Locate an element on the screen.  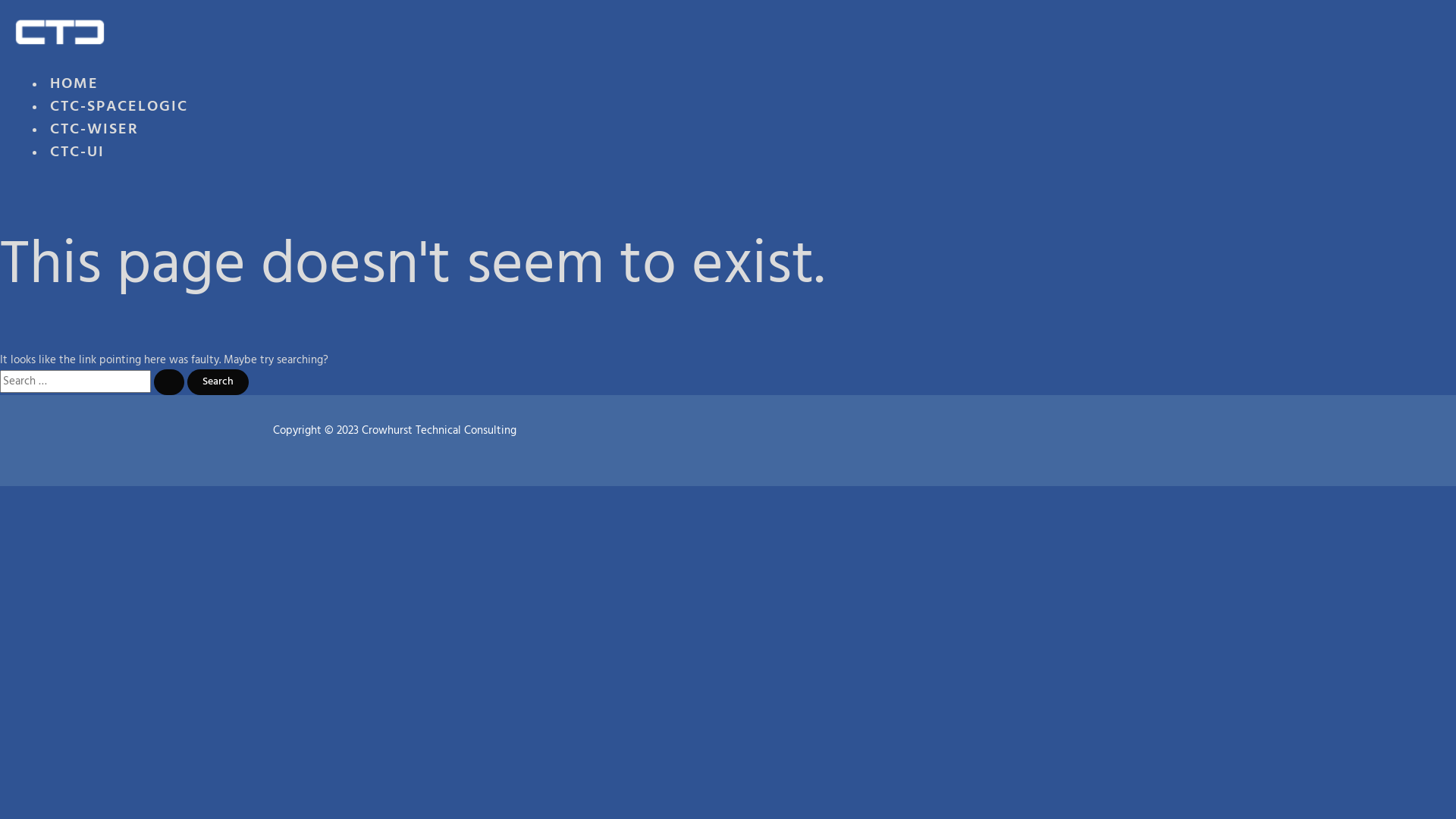
'HOME' is located at coordinates (73, 89).